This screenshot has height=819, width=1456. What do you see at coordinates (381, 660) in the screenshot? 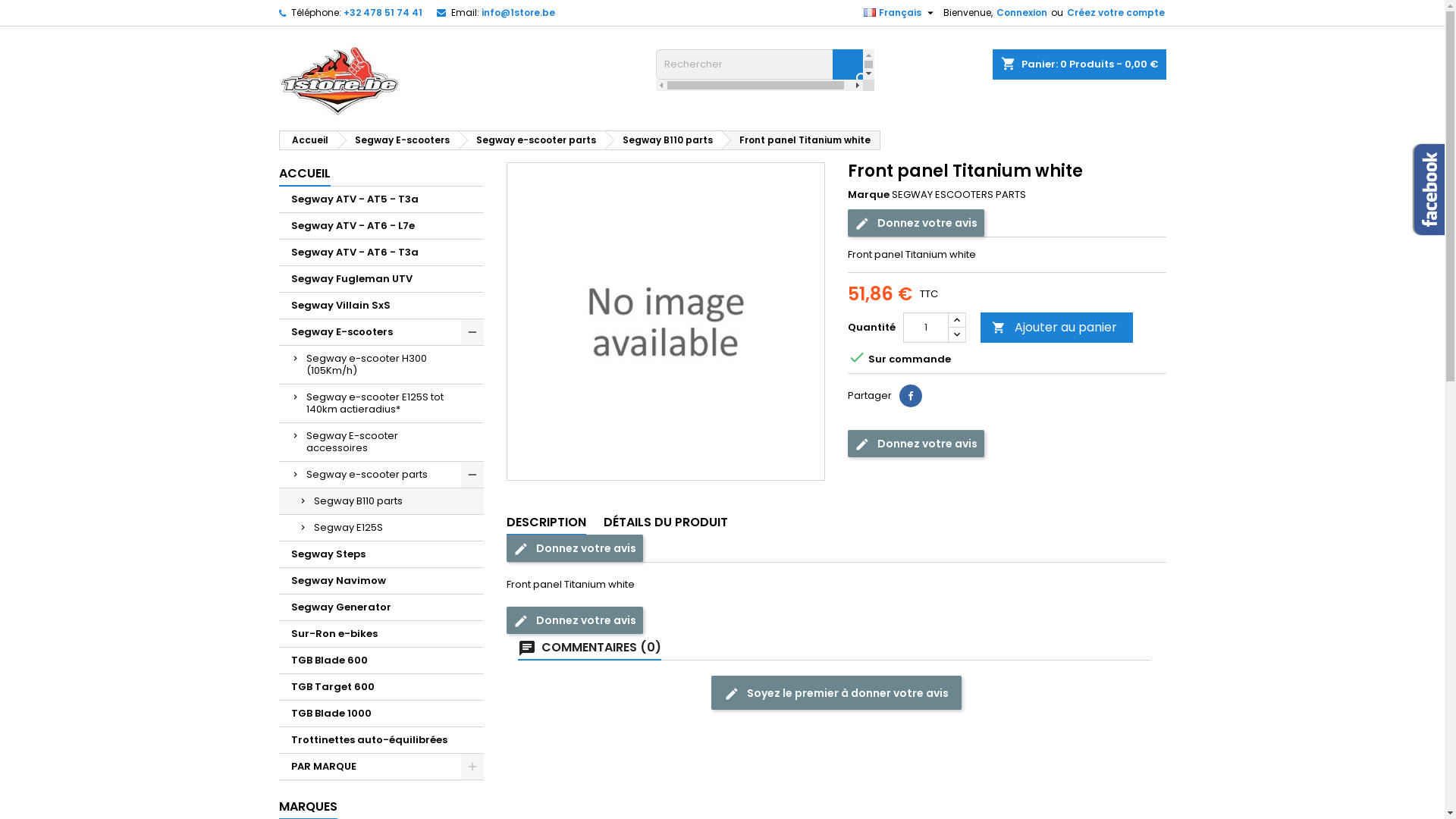
I see `'TGB Blade 600'` at bounding box center [381, 660].